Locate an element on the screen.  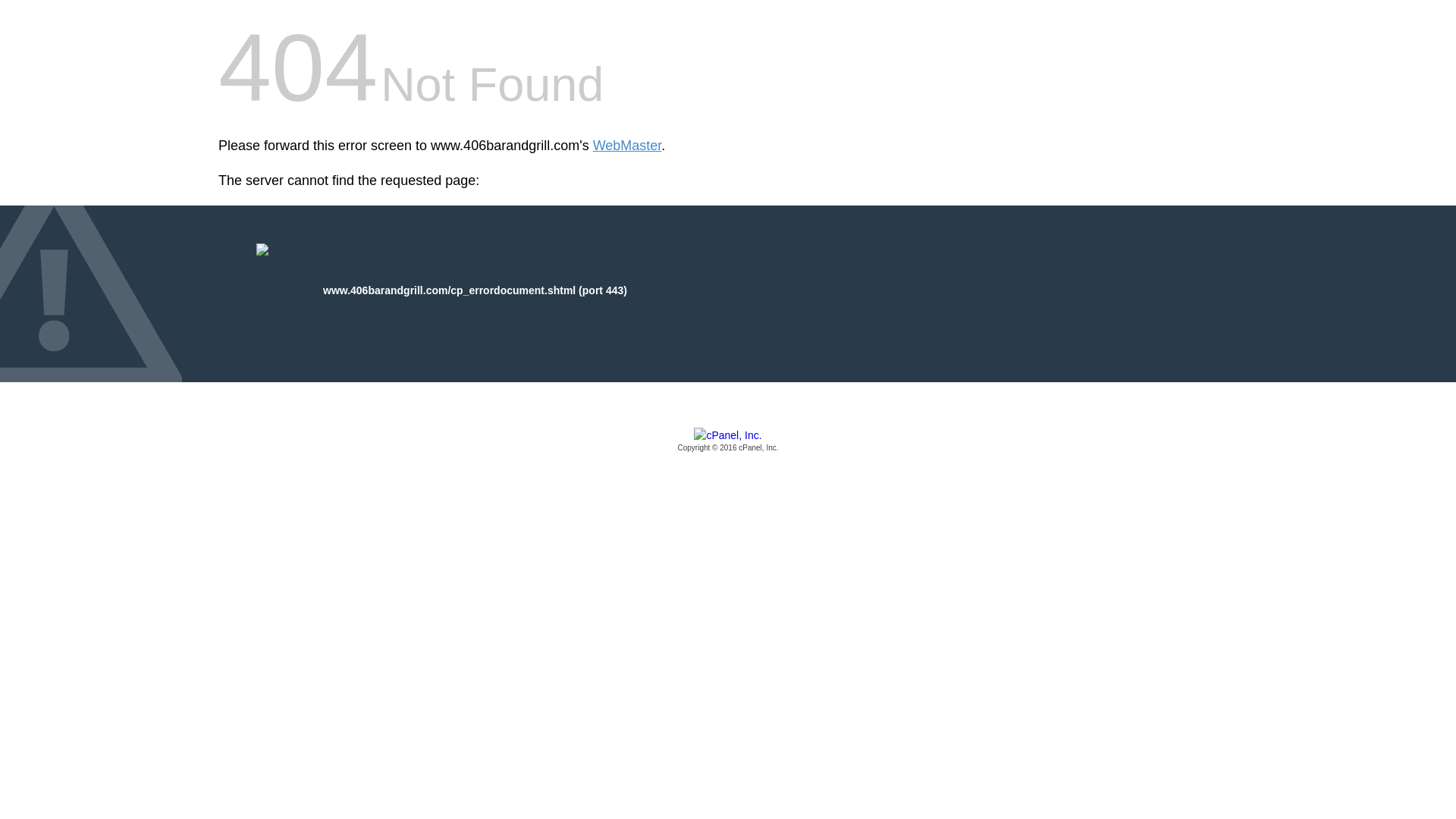
'WebMaster' is located at coordinates (627, 146).